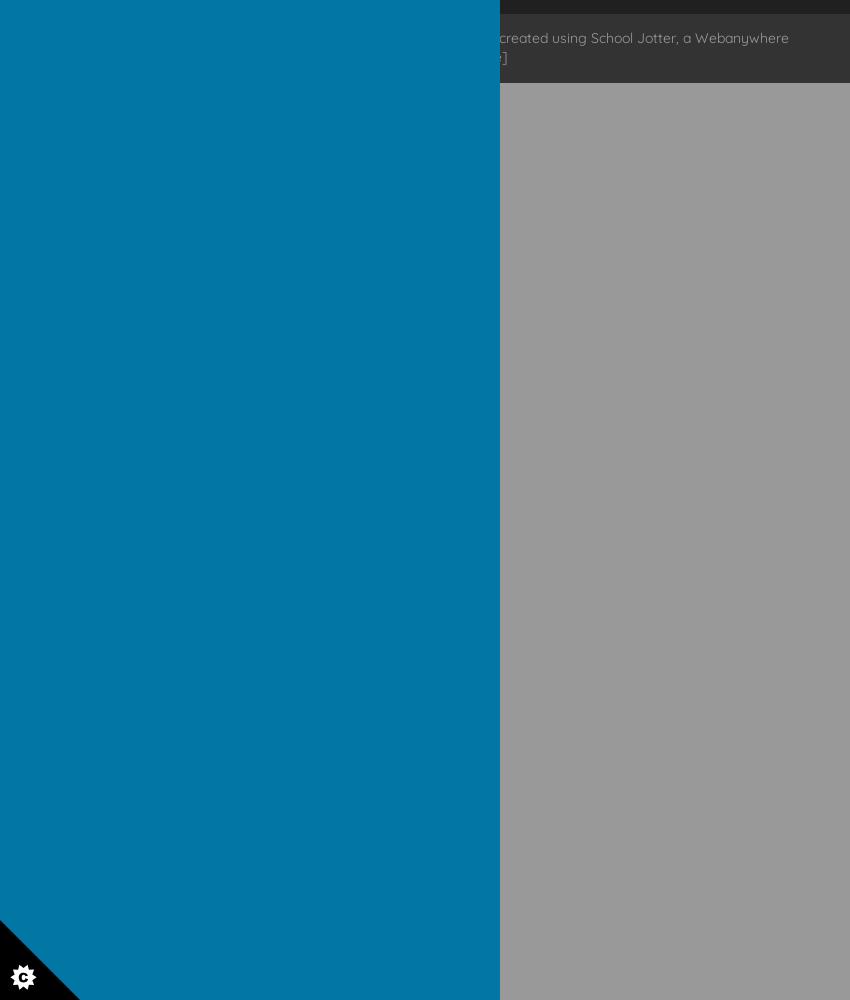 The image size is (850, 1000). What do you see at coordinates (384, 37) in the screenshot?
I see `'school website'` at bounding box center [384, 37].